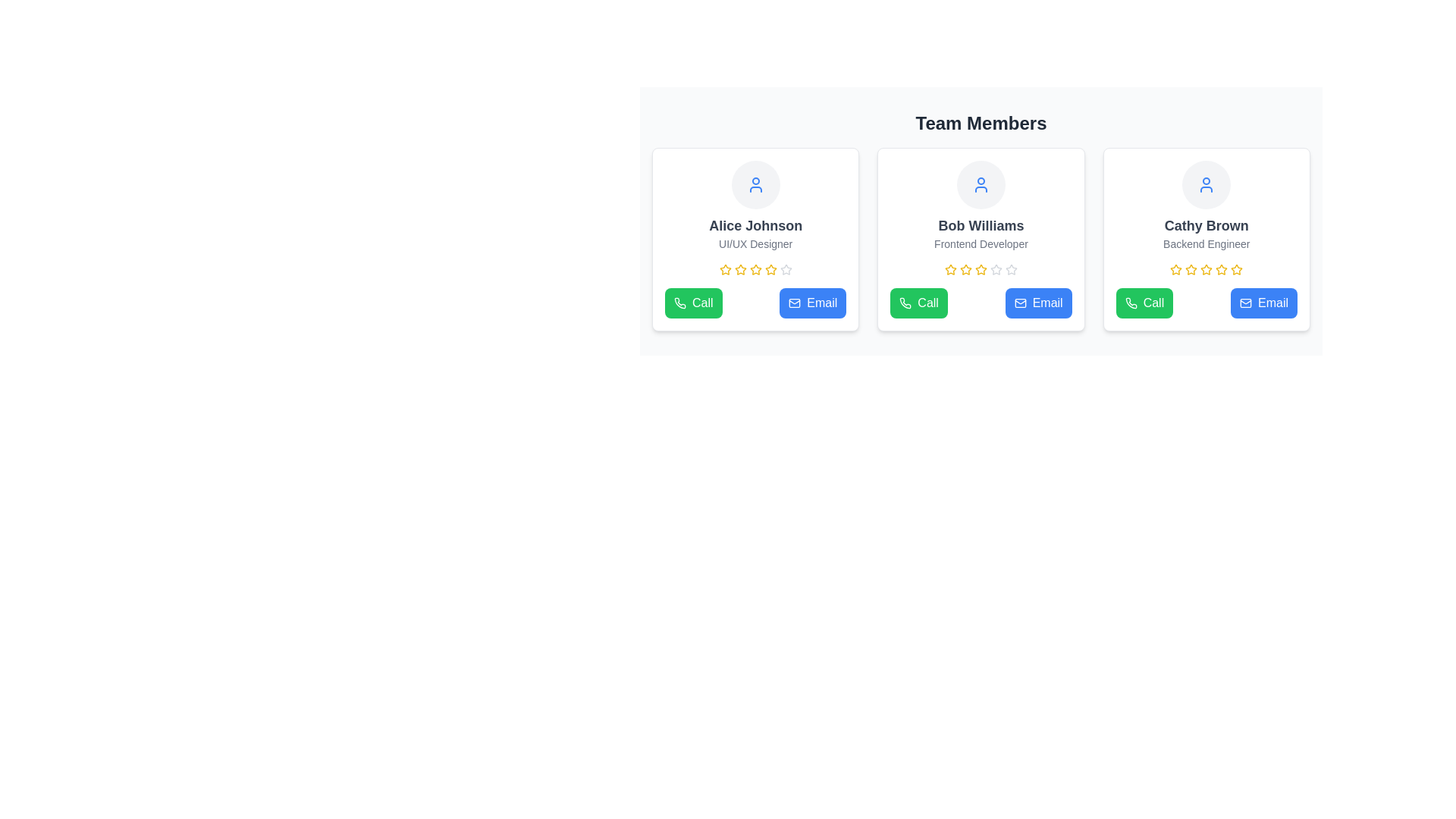  What do you see at coordinates (1191, 268) in the screenshot?
I see `the rating represented by the second star icon, which is yellow and located beneath the profile of 'Cathy Brown' in the team member section` at bounding box center [1191, 268].